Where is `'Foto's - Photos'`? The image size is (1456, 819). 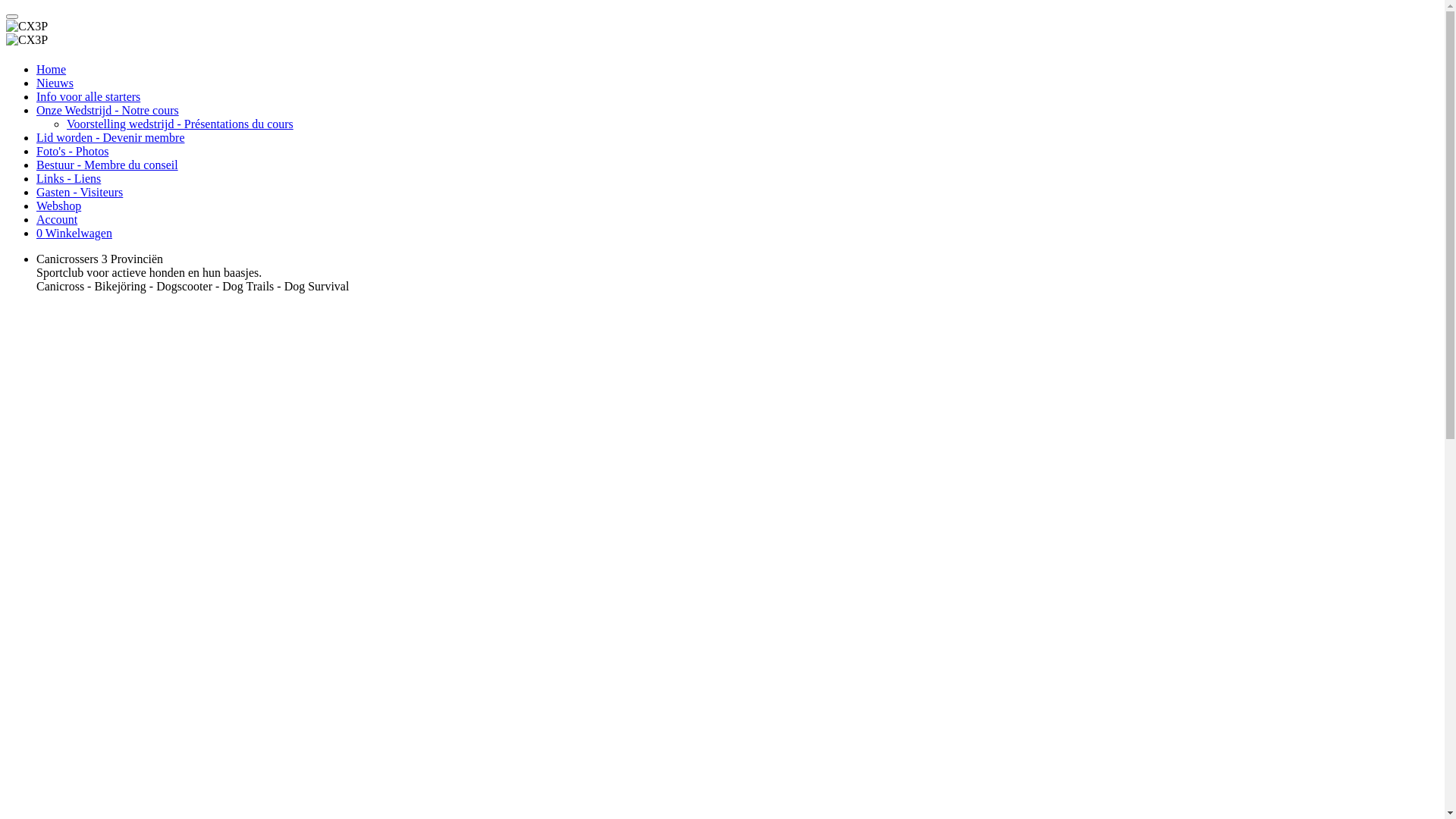
'Foto's - Photos' is located at coordinates (71, 151).